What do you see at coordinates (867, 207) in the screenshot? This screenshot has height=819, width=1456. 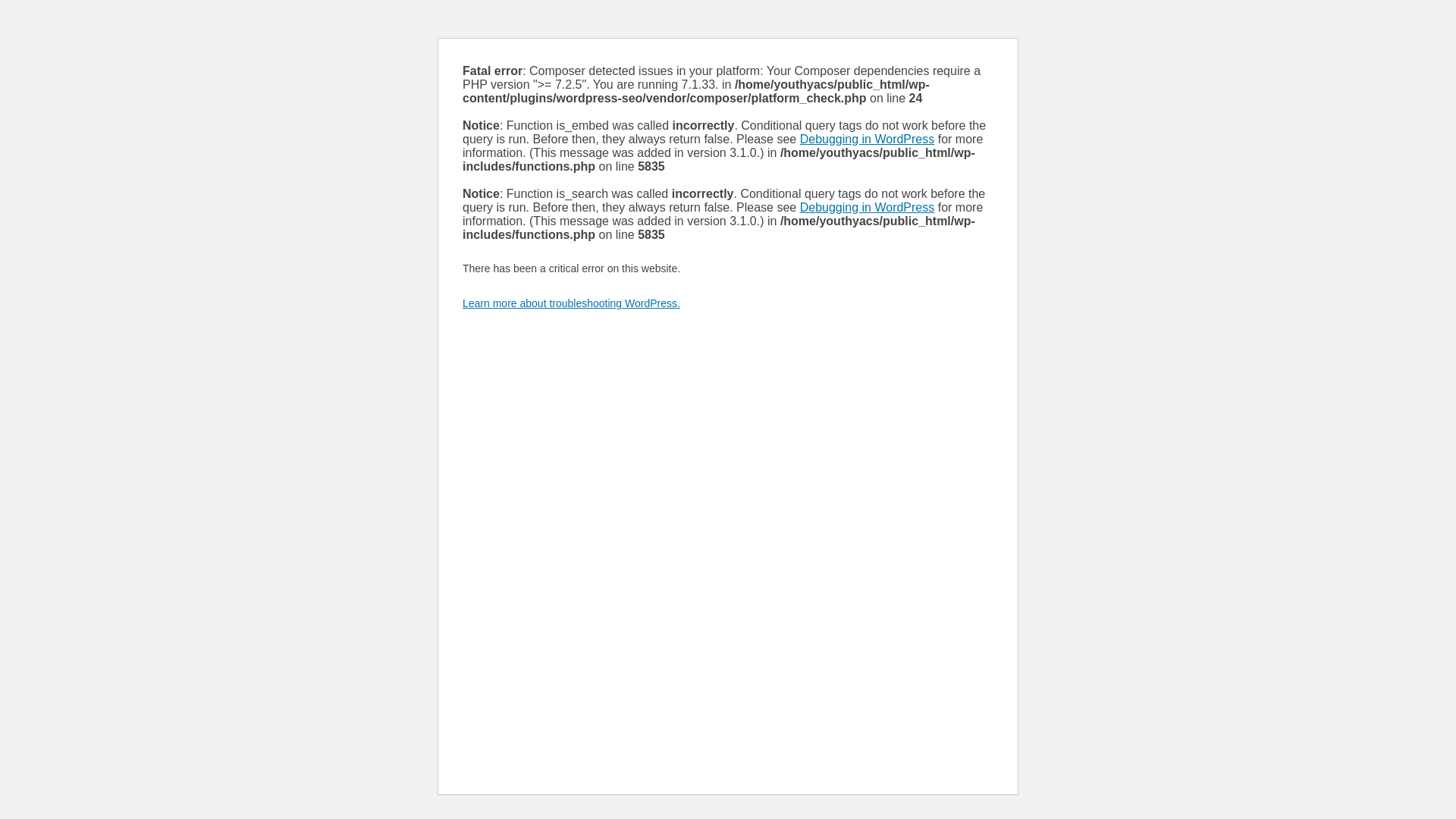 I see `'Debugging in WordPress'` at bounding box center [867, 207].